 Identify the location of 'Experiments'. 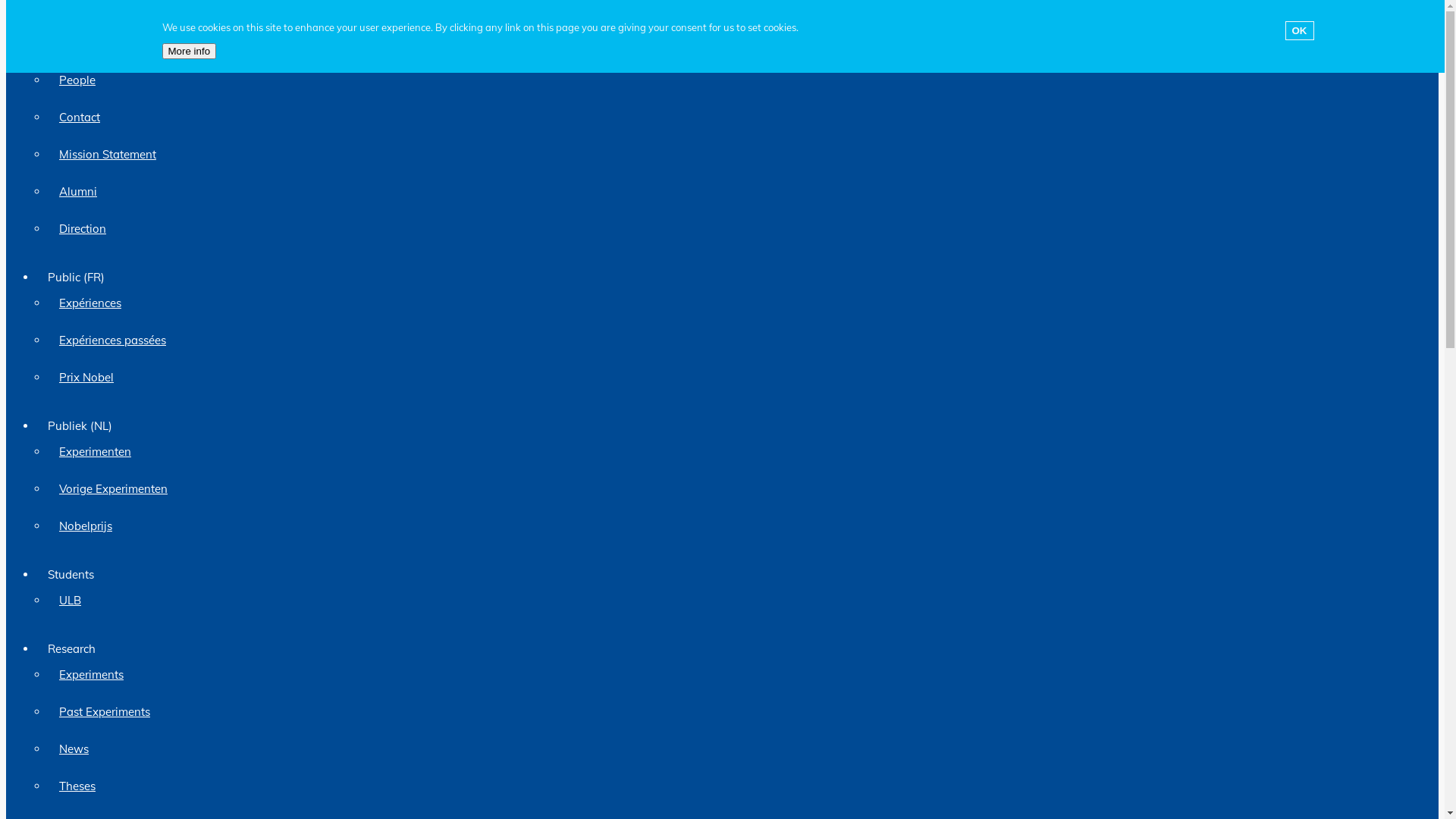
(58, 673).